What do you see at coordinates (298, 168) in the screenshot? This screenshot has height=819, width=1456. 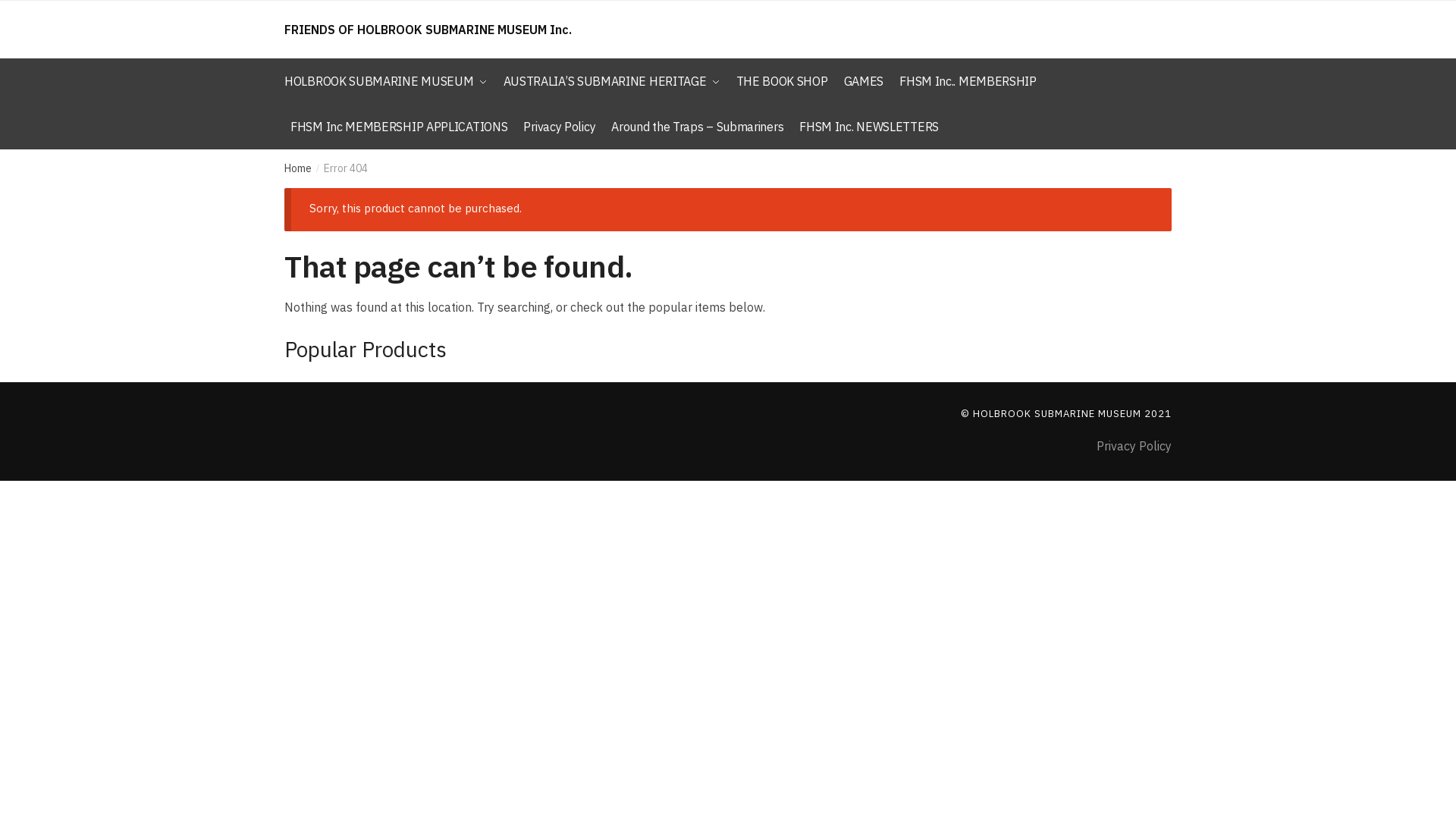 I see `'Home'` at bounding box center [298, 168].